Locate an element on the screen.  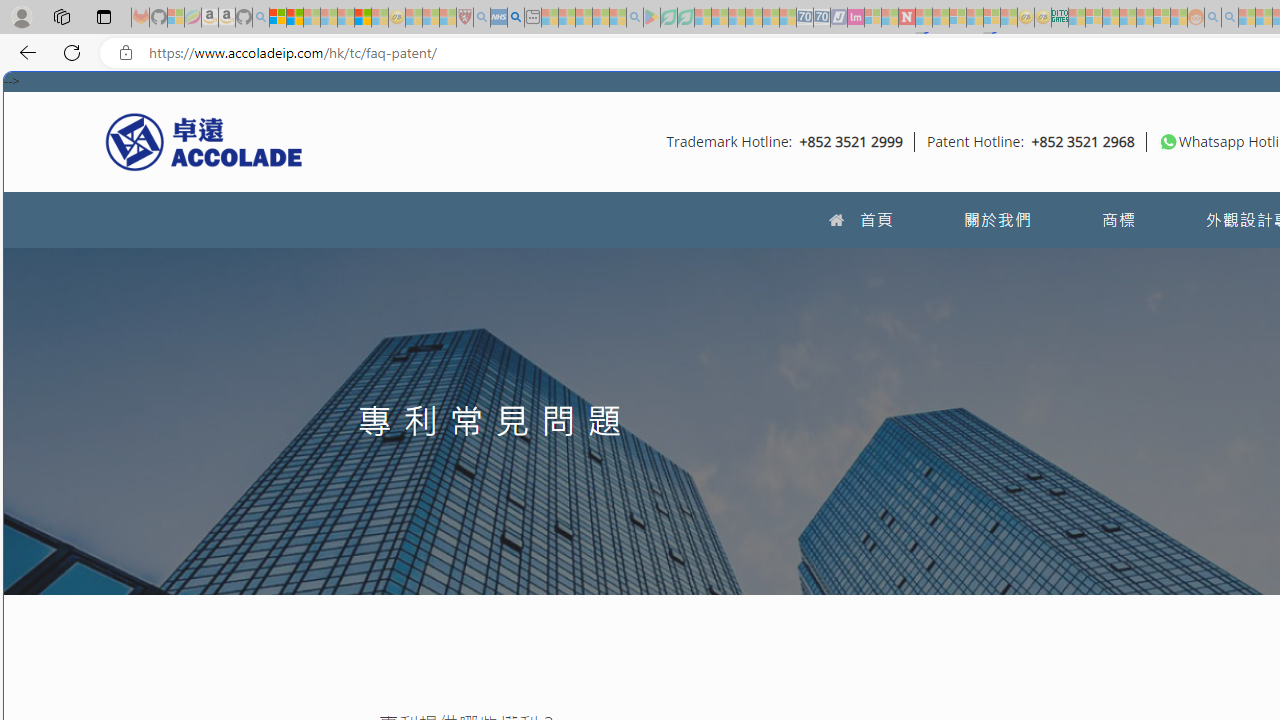
'MSNBC - MSN - Sleeping' is located at coordinates (1076, 17).